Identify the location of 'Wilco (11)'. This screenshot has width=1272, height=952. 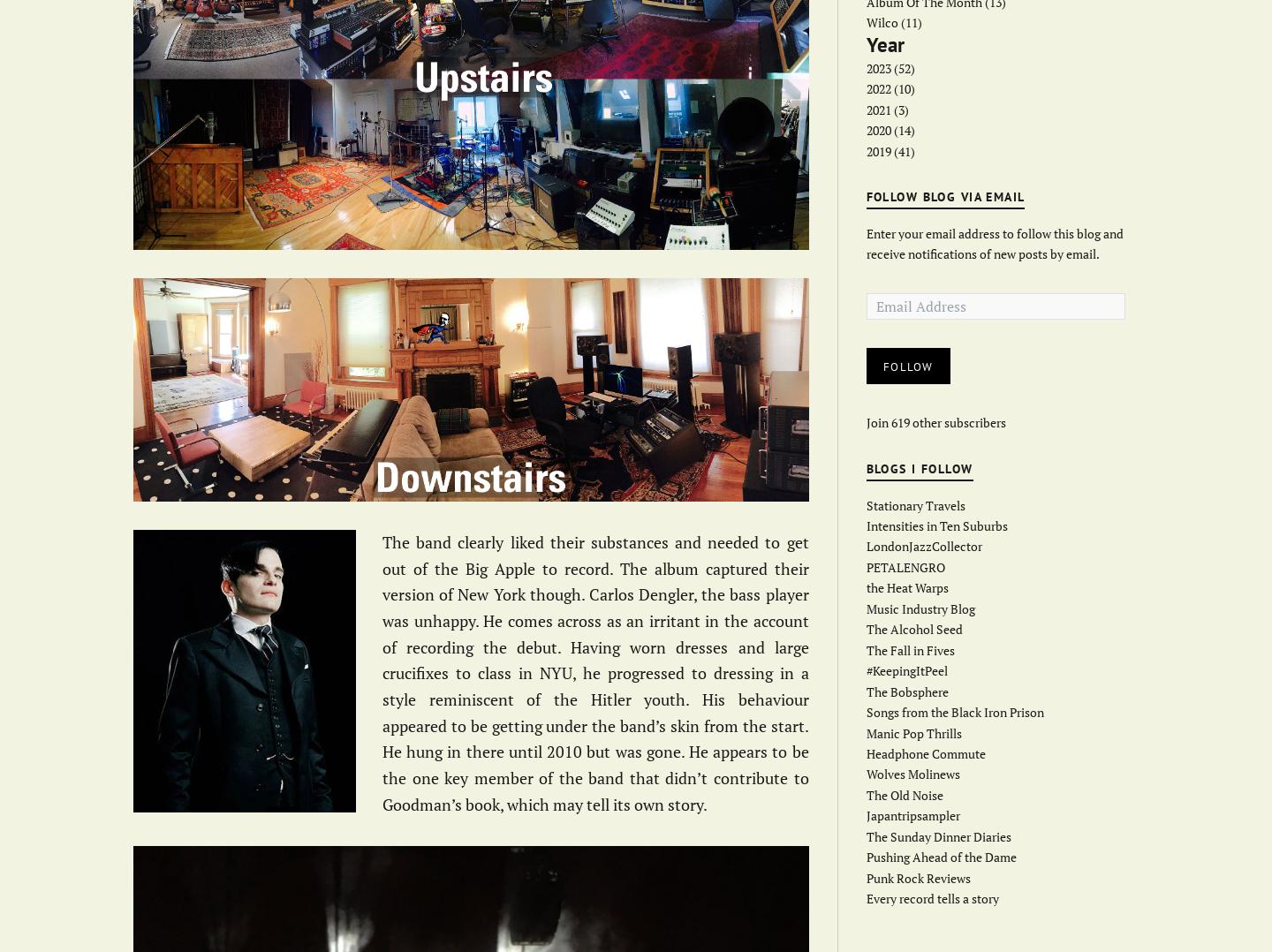
(892, 21).